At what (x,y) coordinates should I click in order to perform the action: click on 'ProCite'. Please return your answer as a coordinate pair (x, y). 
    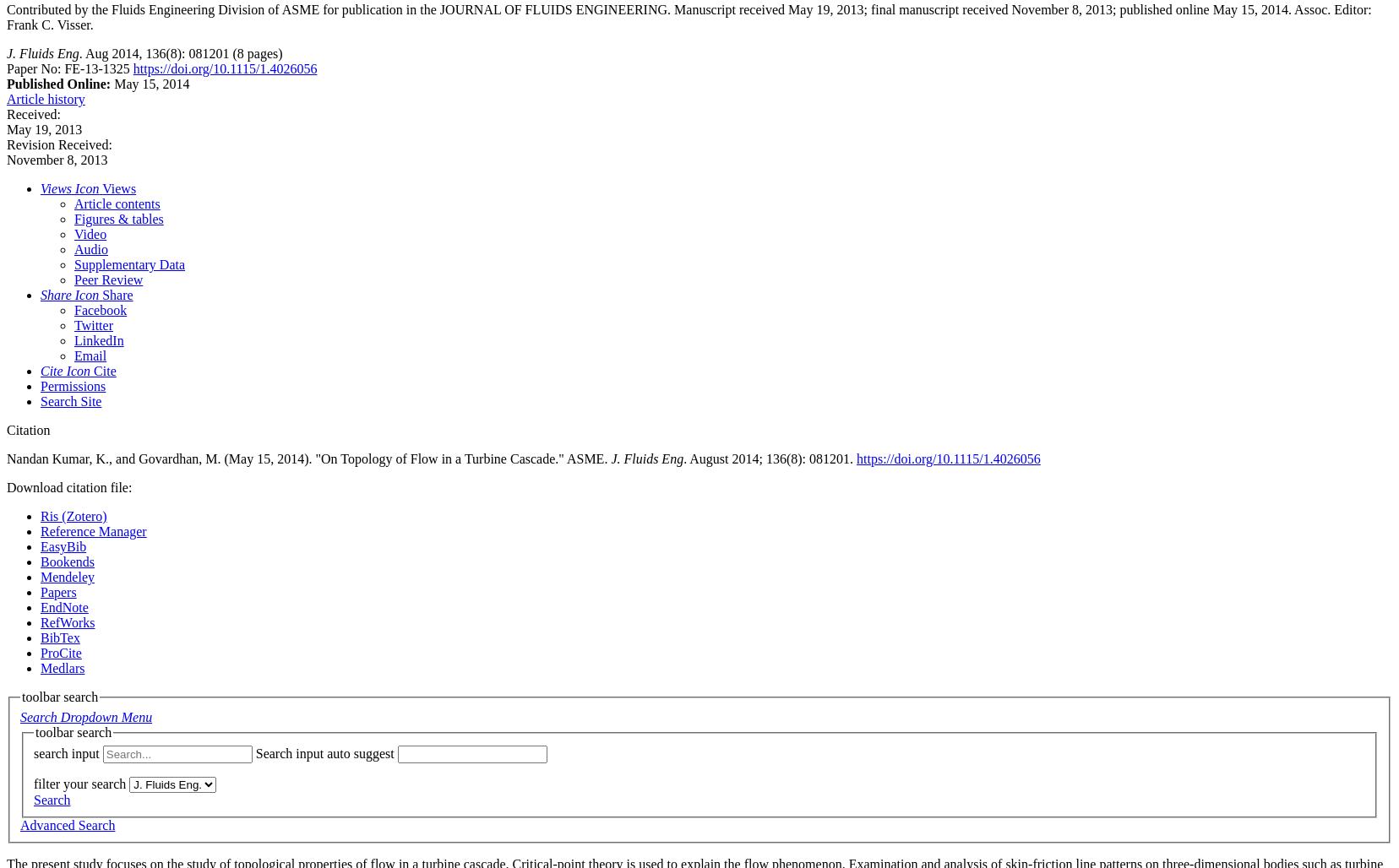
    Looking at the image, I should click on (60, 653).